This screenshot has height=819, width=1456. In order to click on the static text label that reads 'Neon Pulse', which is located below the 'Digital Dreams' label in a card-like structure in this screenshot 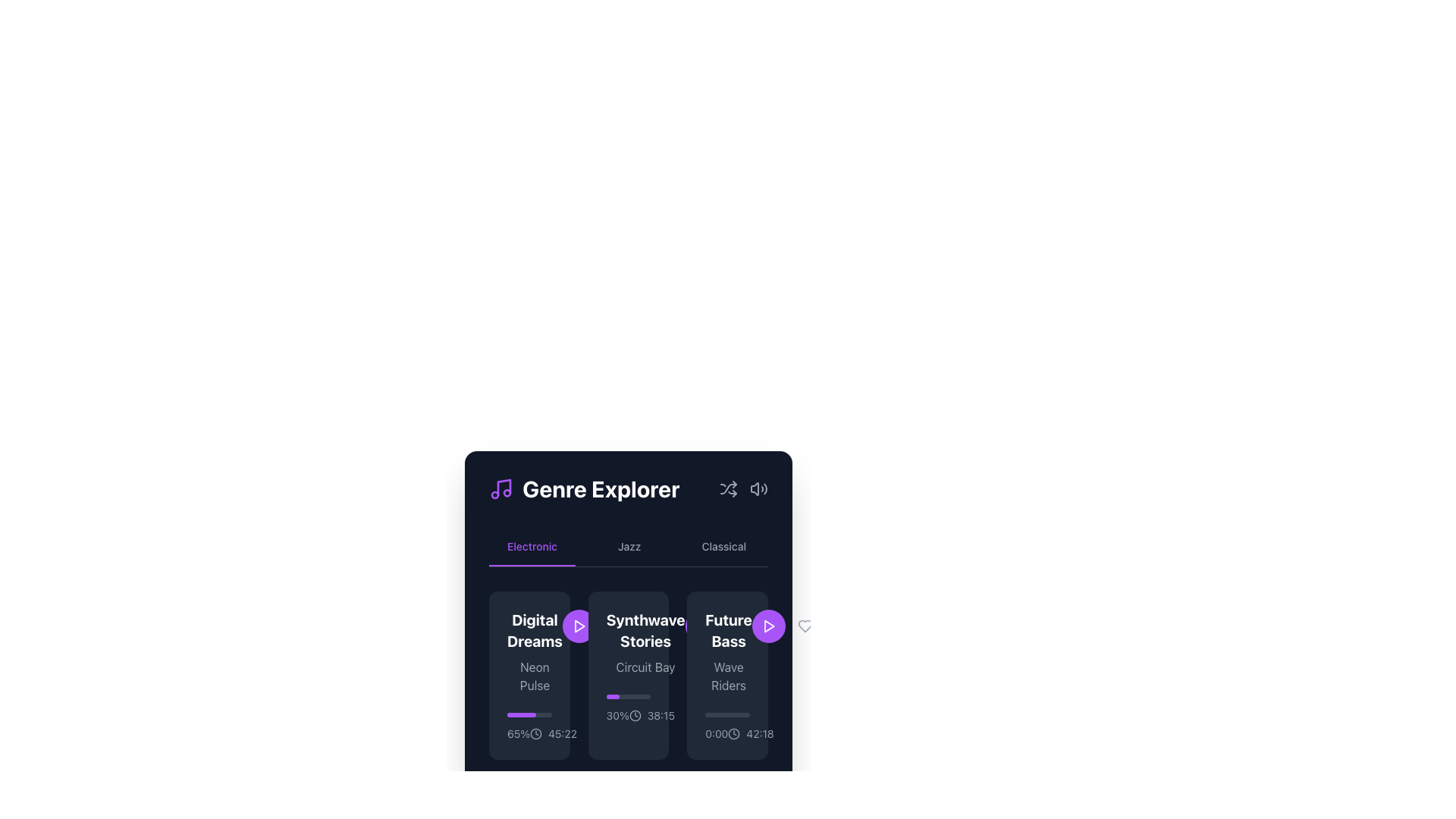, I will do `click(535, 675)`.